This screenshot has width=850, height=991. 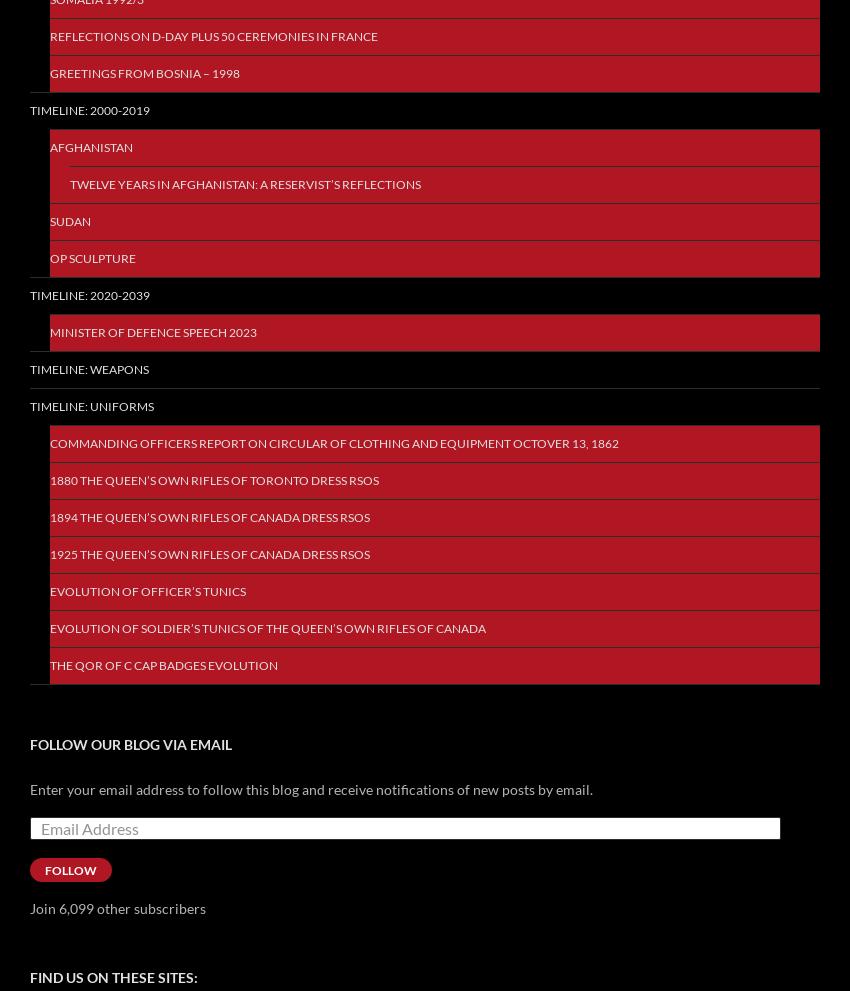 I want to click on 'Minister of Defence Speech 2023', so click(x=153, y=332).